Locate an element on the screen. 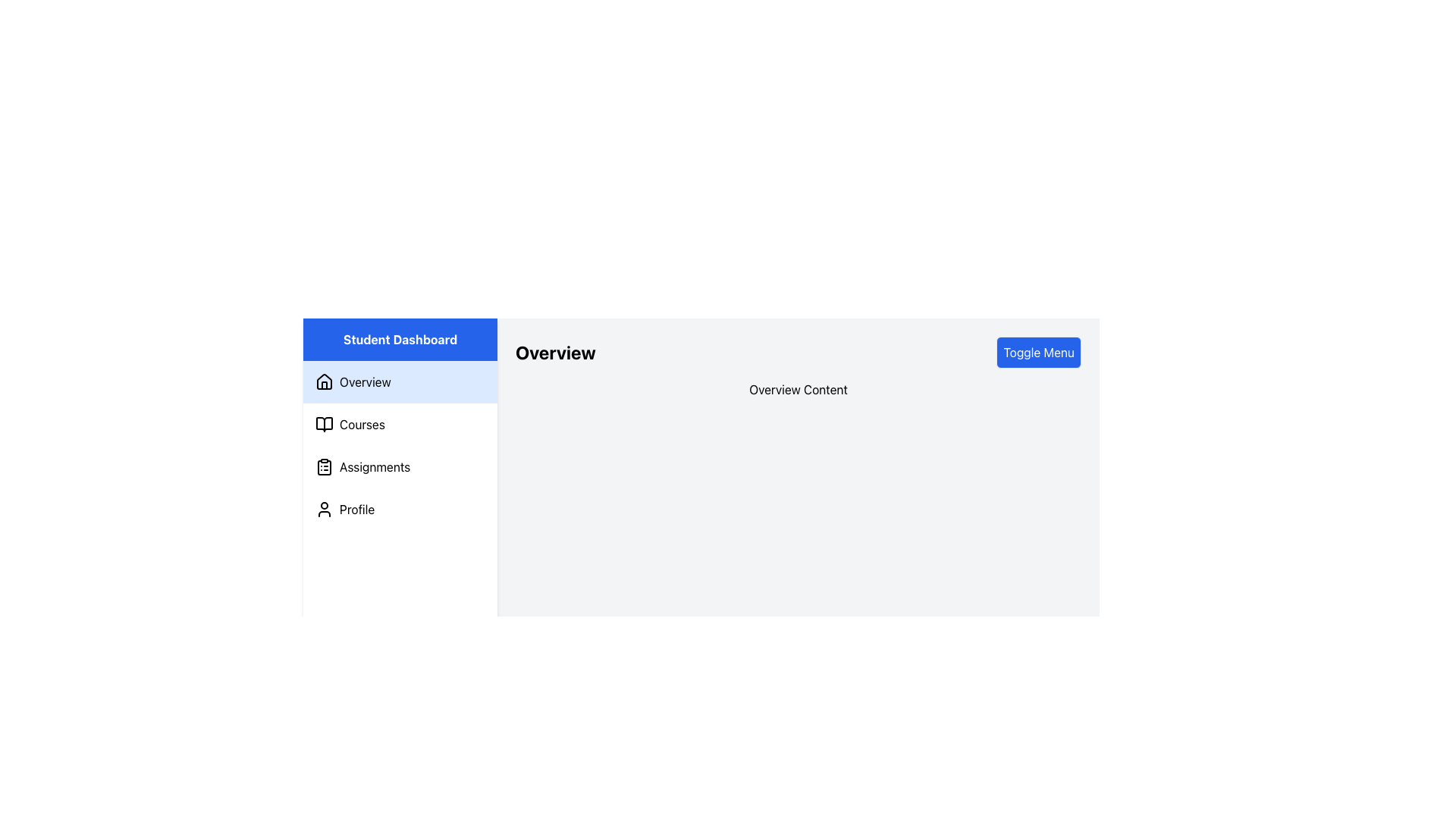  the open book icon located in the second position of the left navigation panel to associate it with the 'Courses' navigation is located at coordinates (323, 424).